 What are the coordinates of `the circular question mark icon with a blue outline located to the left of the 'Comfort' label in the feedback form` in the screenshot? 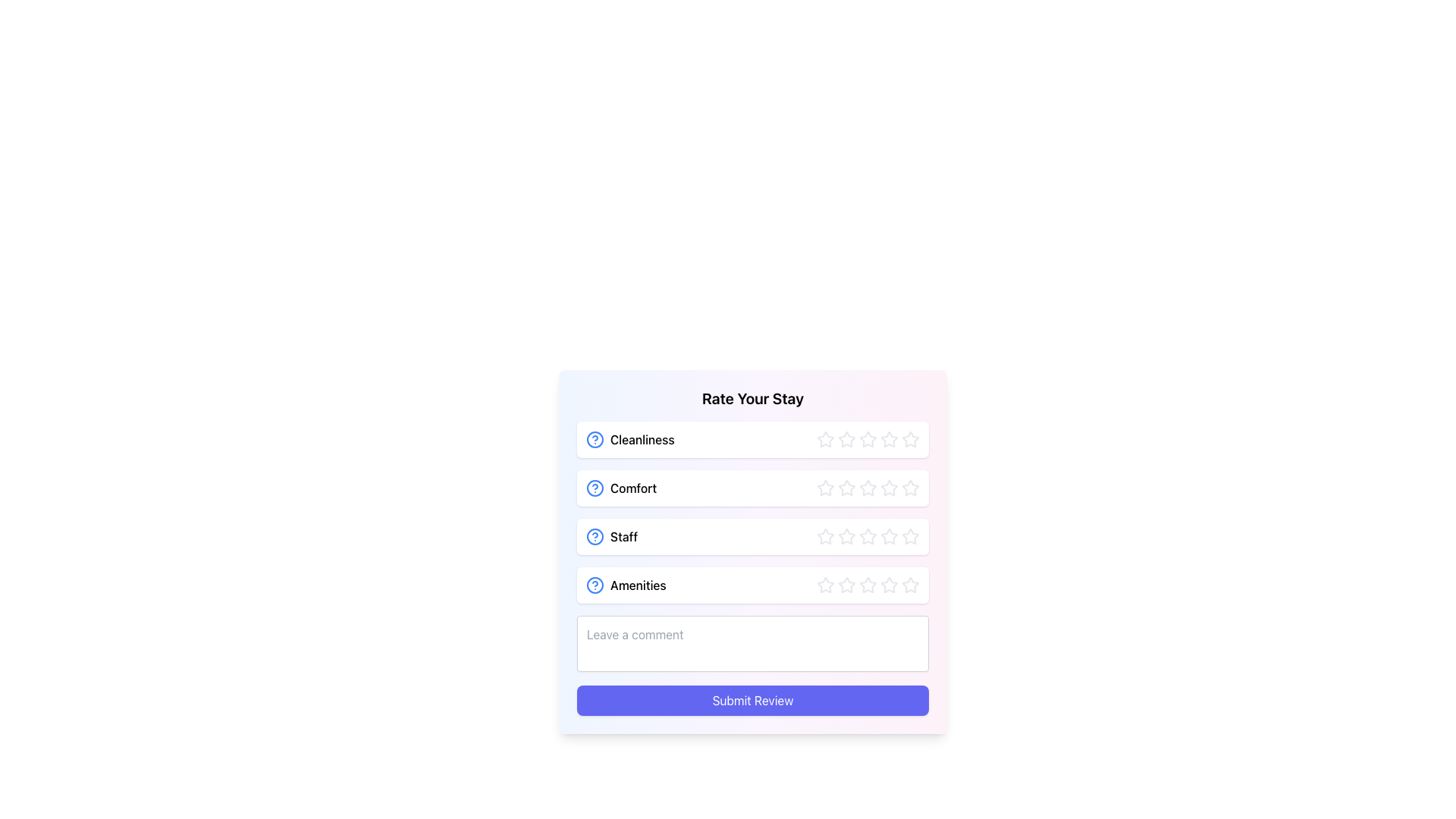 It's located at (595, 488).